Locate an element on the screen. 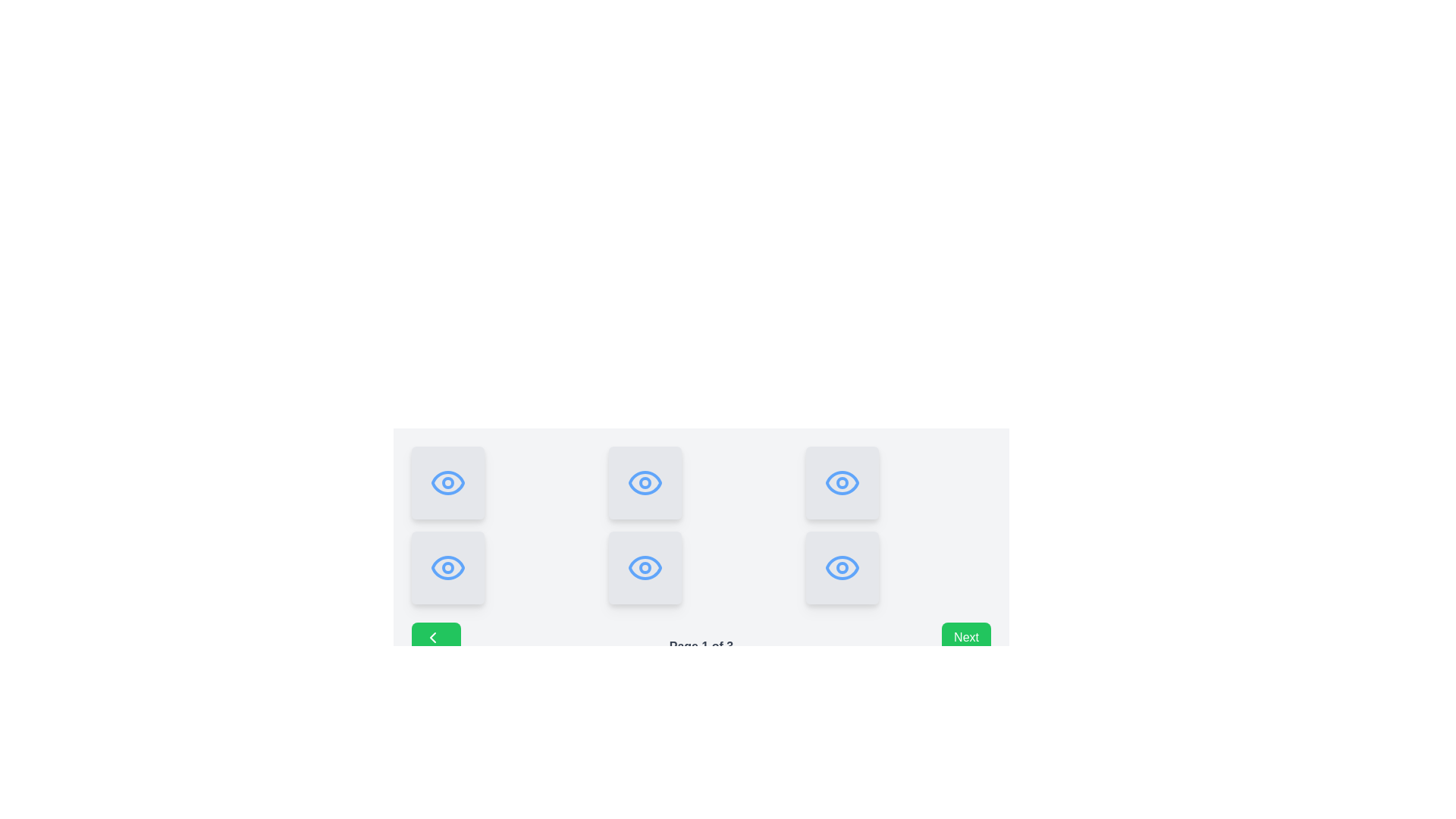  the eye icon with a blue stroke is located at coordinates (645, 567).